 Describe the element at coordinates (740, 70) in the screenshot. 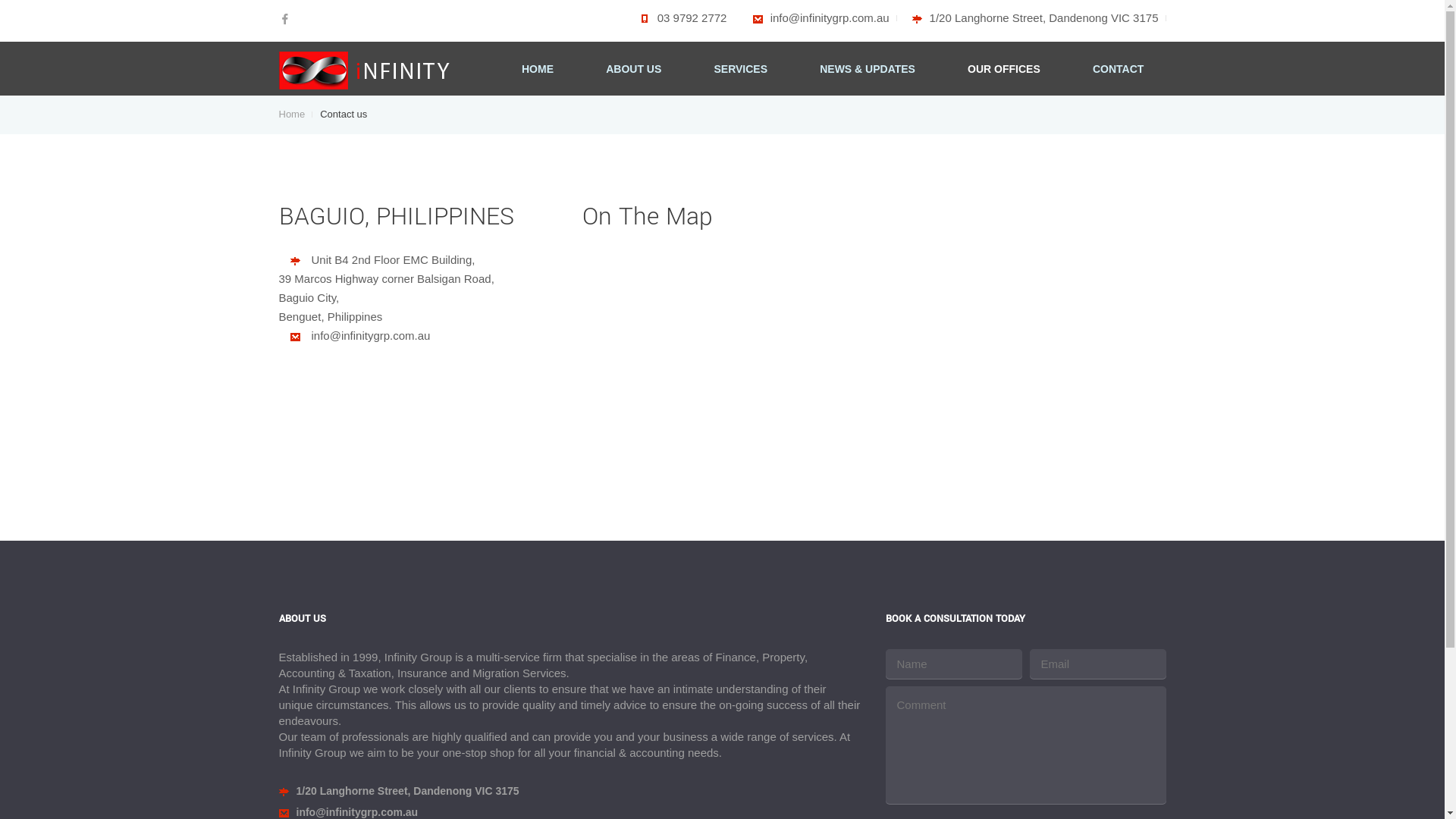

I see `'SERVICES'` at that location.